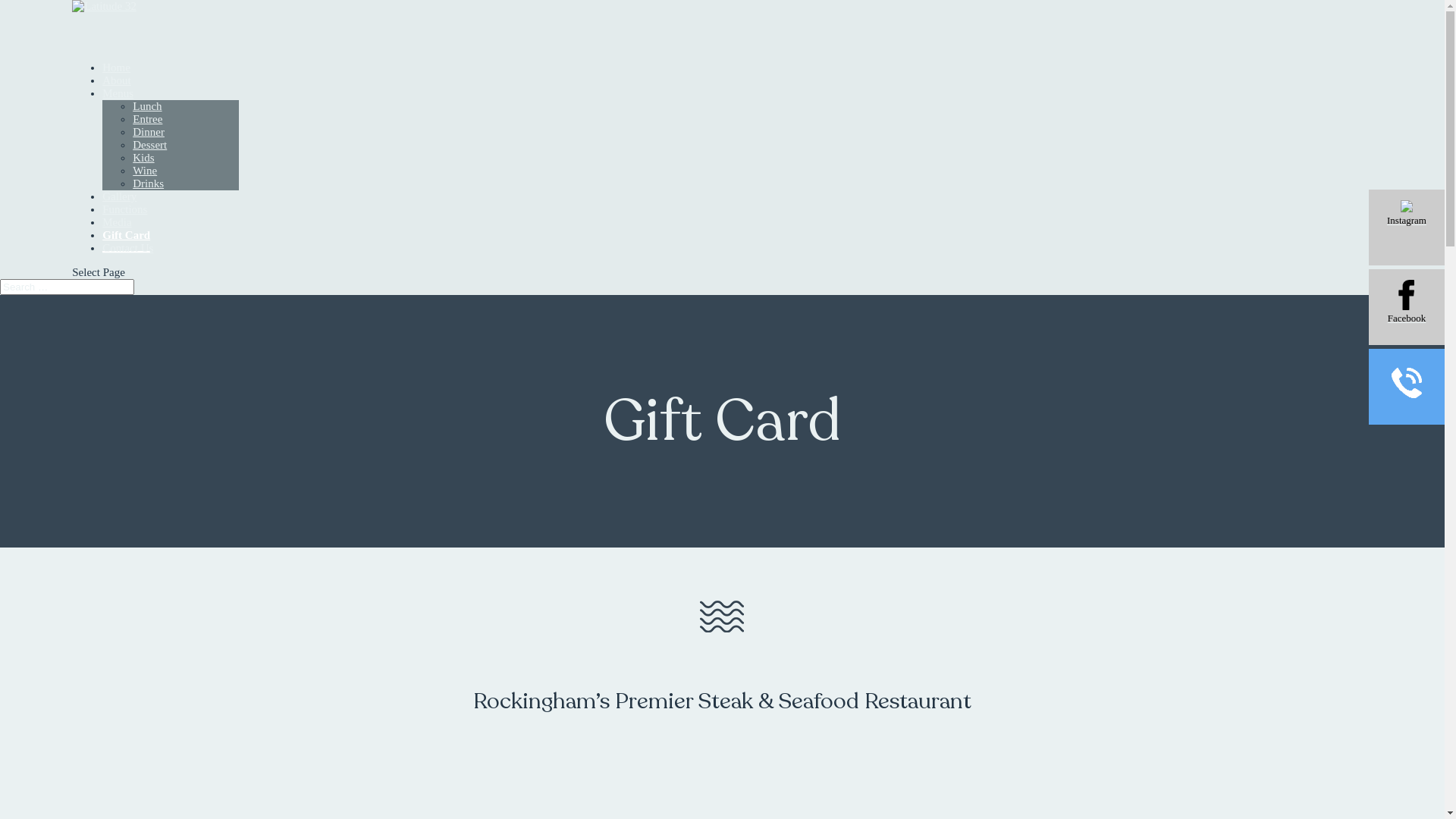  Describe the element at coordinates (118, 215) in the screenshot. I see `'Gallery'` at that location.